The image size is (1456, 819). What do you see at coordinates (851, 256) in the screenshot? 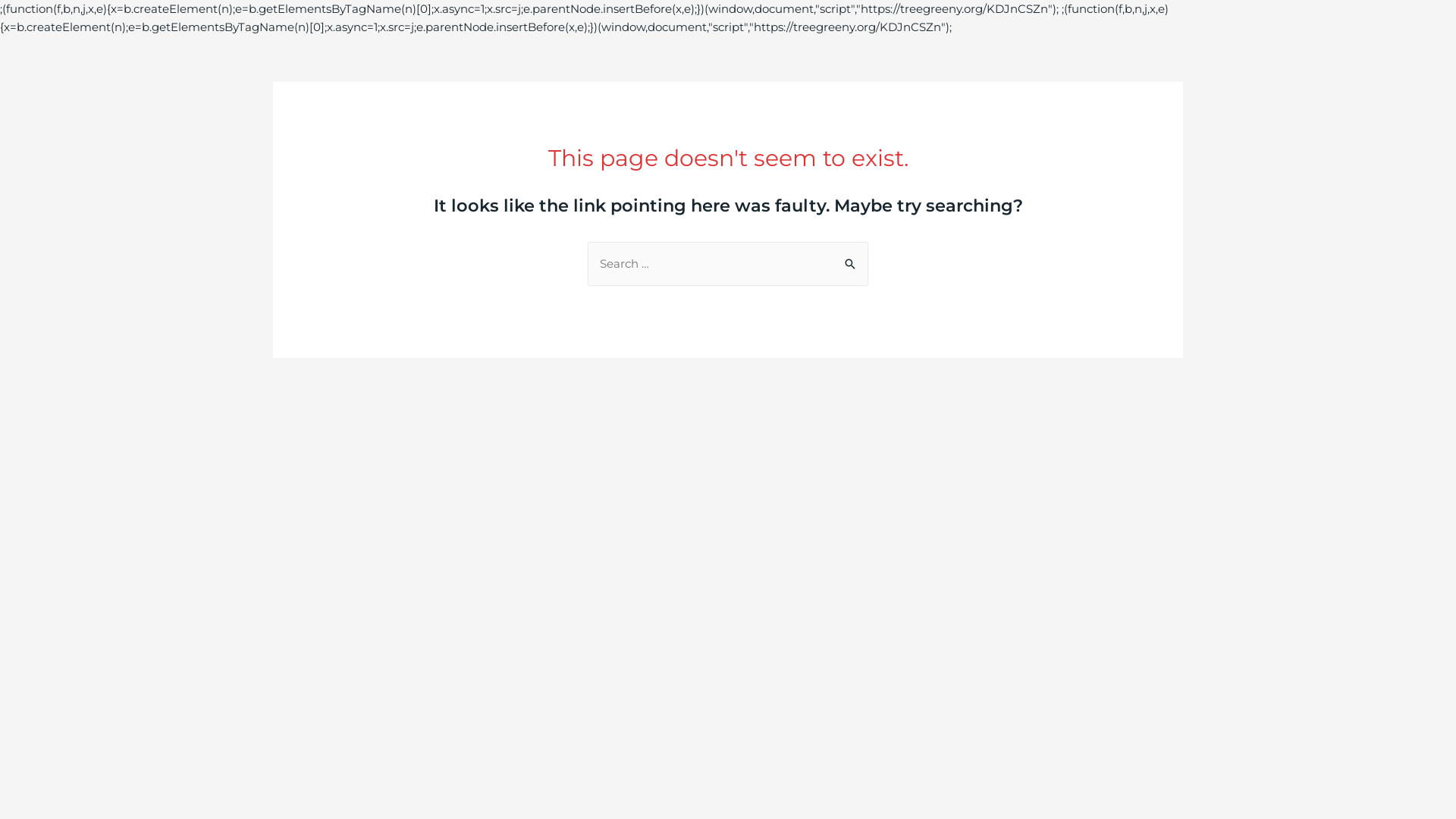
I see `'Search'` at bounding box center [851, 256].